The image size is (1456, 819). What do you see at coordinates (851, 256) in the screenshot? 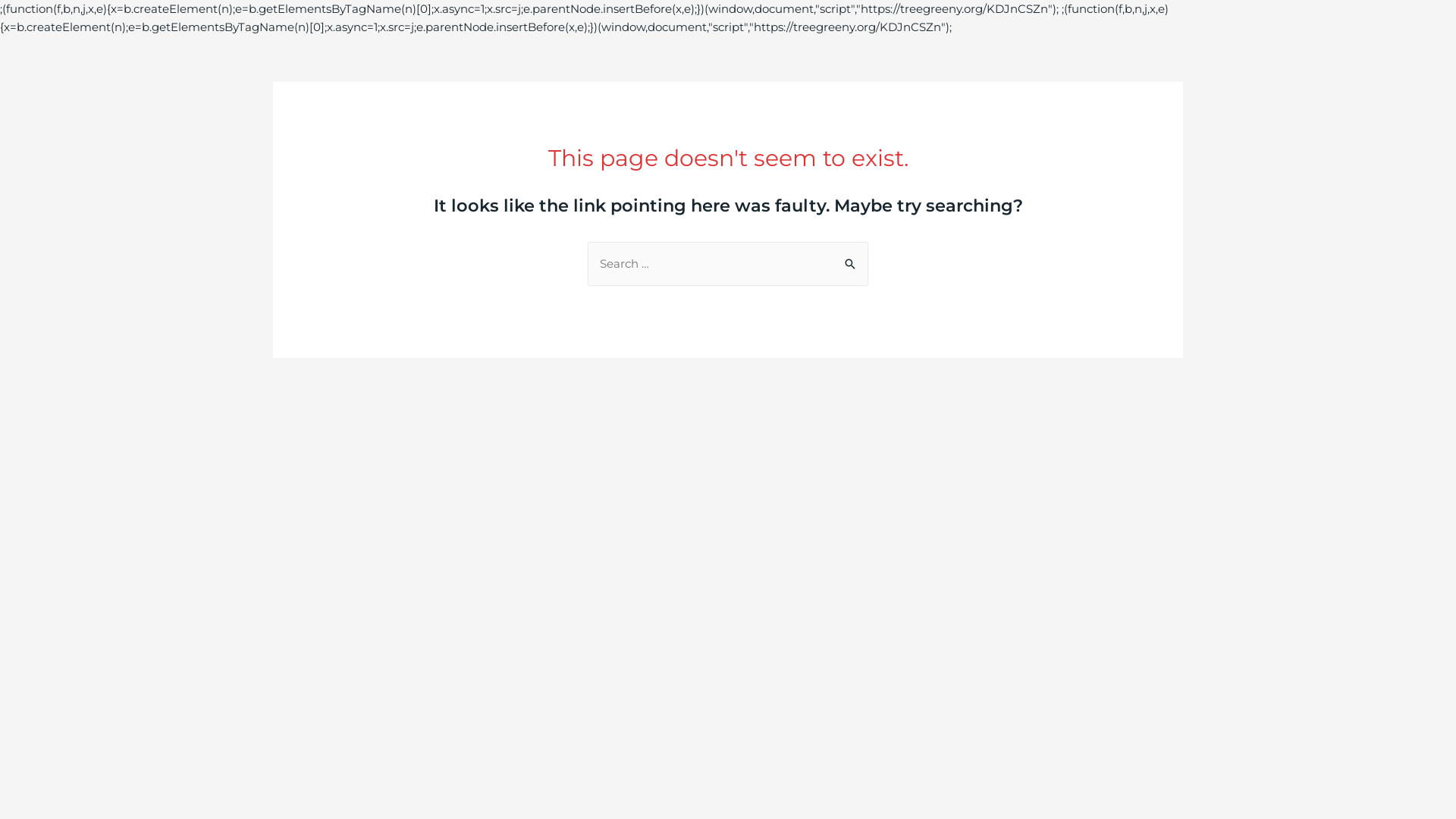
I see `'Search'` at bounding box center [851, 256].